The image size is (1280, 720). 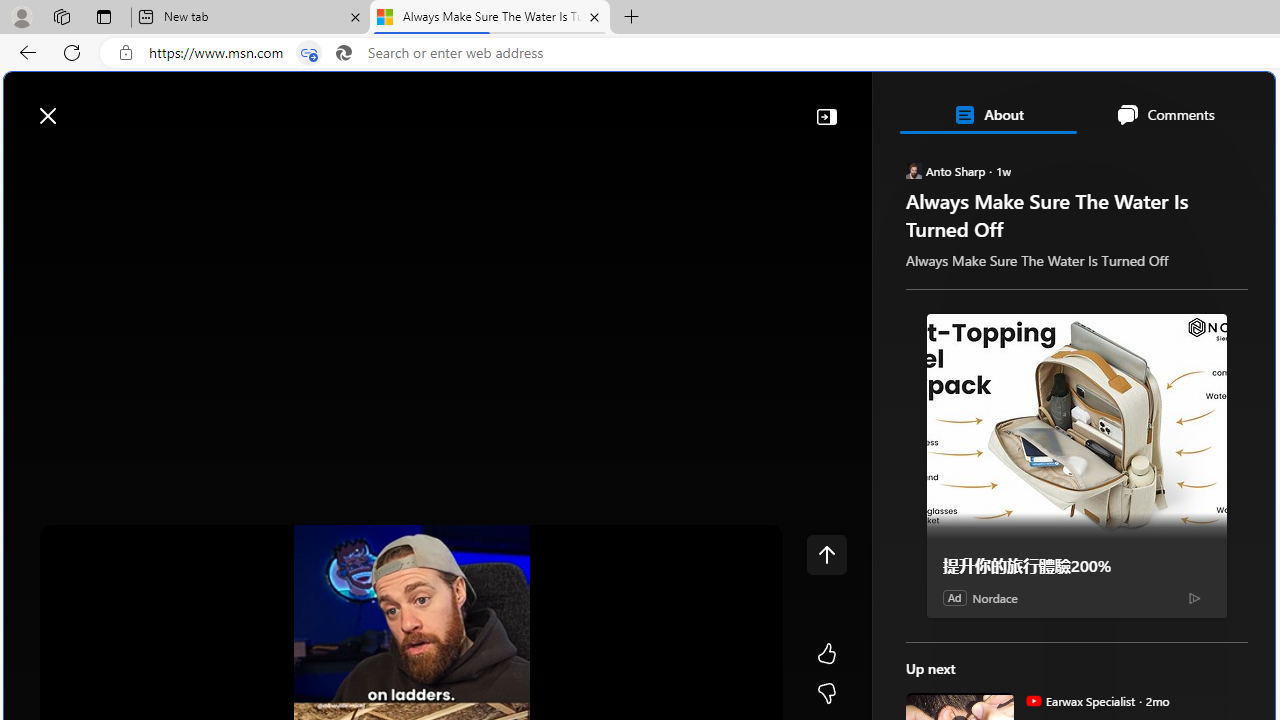 What do you see at coordinates (593, 17) in the screenshot?
I see `'Close tab'` at bounding box center [593, 17].